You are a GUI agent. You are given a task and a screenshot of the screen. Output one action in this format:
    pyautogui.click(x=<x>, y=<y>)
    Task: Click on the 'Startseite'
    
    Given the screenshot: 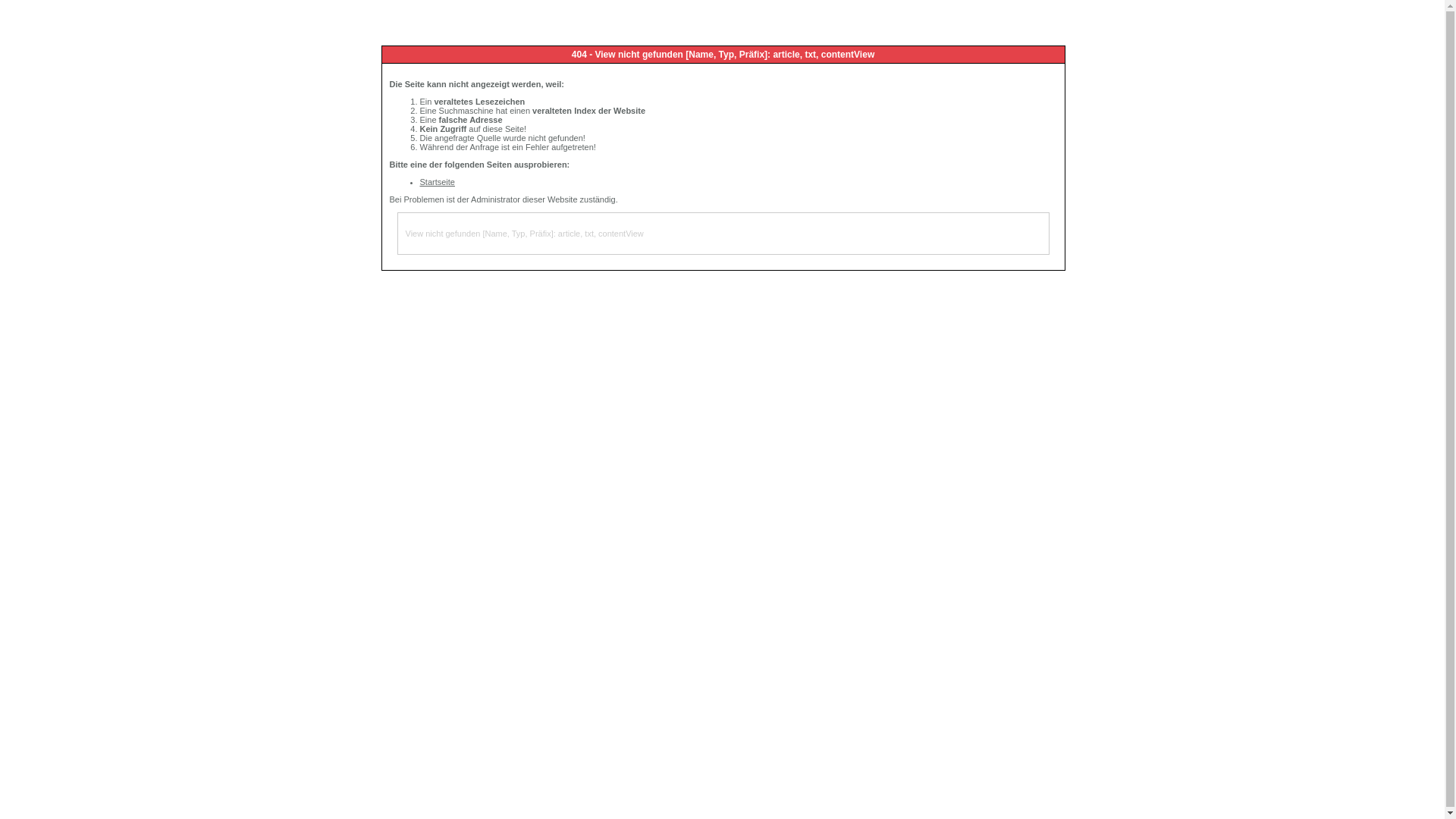 What is the action you would take?
    pyautogui.click(x=436, y=180)
    